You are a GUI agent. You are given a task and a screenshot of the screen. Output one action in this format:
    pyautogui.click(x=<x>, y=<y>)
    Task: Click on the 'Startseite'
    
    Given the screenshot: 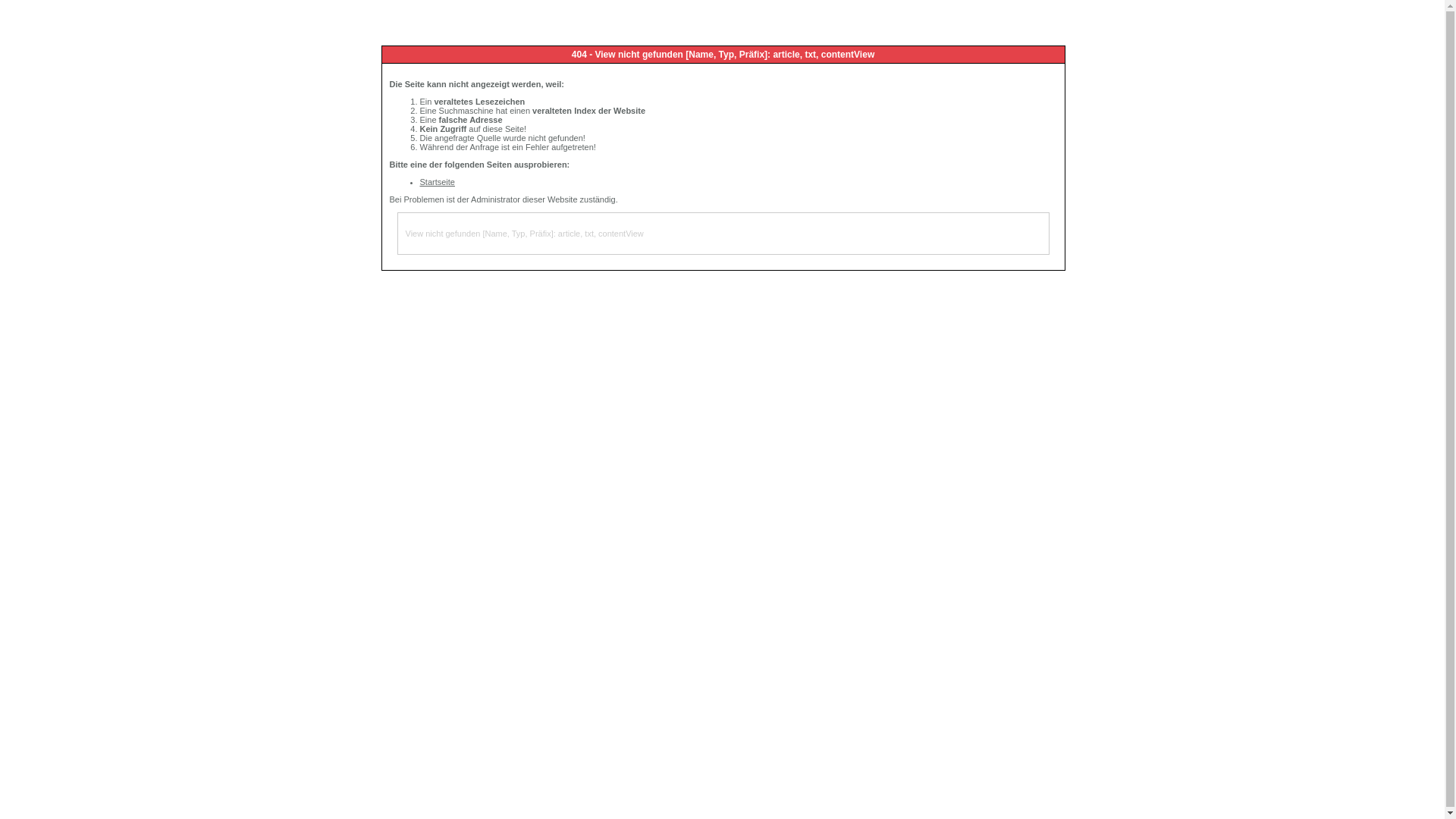 What is the action you would take?
    pyautogui.click(x=436, y=180)
    